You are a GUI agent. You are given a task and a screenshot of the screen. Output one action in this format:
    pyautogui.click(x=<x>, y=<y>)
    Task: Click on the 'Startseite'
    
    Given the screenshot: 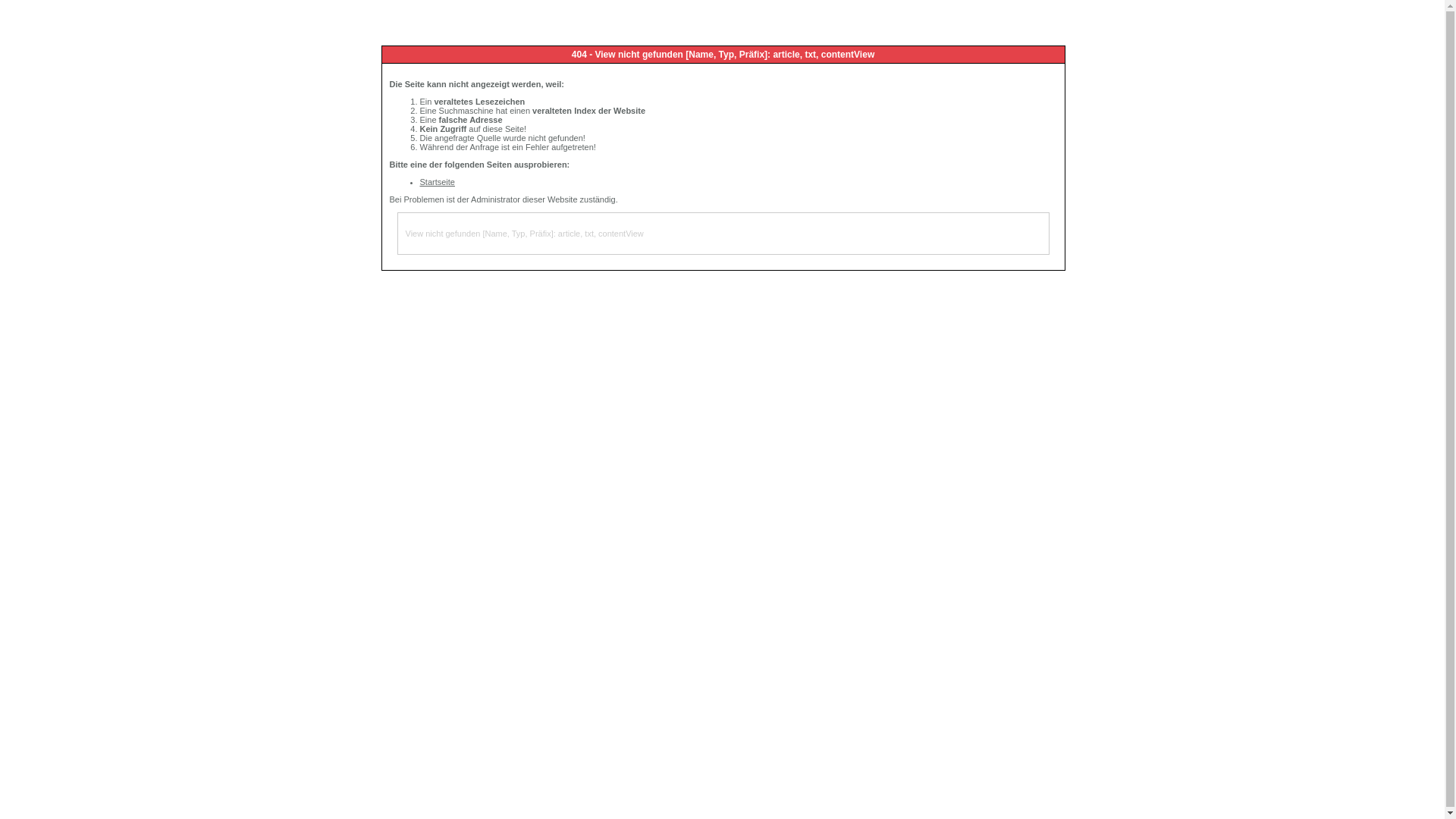 What is the action you would take?
    pyautogui.click(x=436, y=180)
    